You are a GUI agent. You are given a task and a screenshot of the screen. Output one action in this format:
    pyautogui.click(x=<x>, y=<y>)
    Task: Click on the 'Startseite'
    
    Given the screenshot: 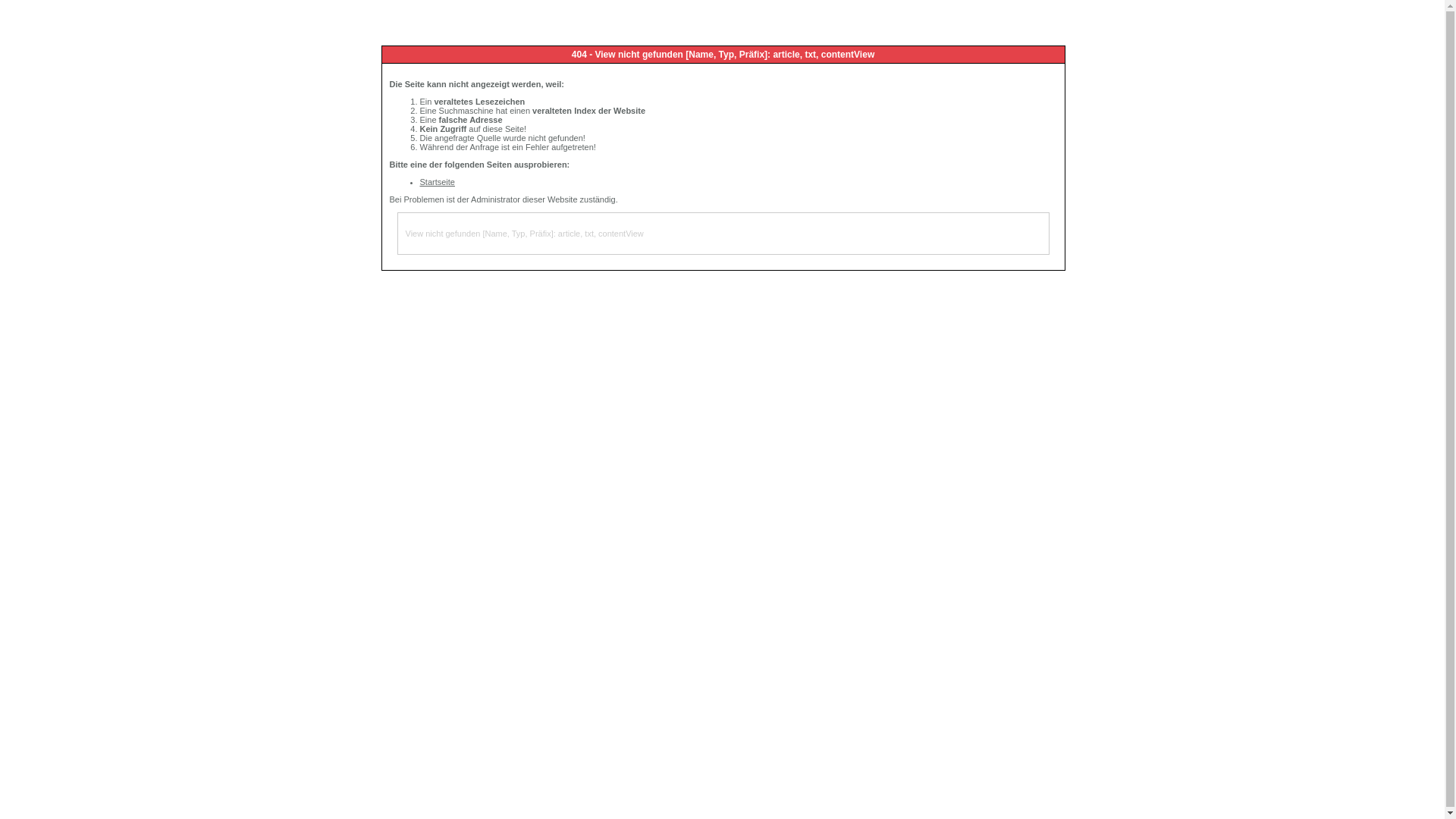 What is the action you would take?
    pyautogui.click(x=436, y=180)
    